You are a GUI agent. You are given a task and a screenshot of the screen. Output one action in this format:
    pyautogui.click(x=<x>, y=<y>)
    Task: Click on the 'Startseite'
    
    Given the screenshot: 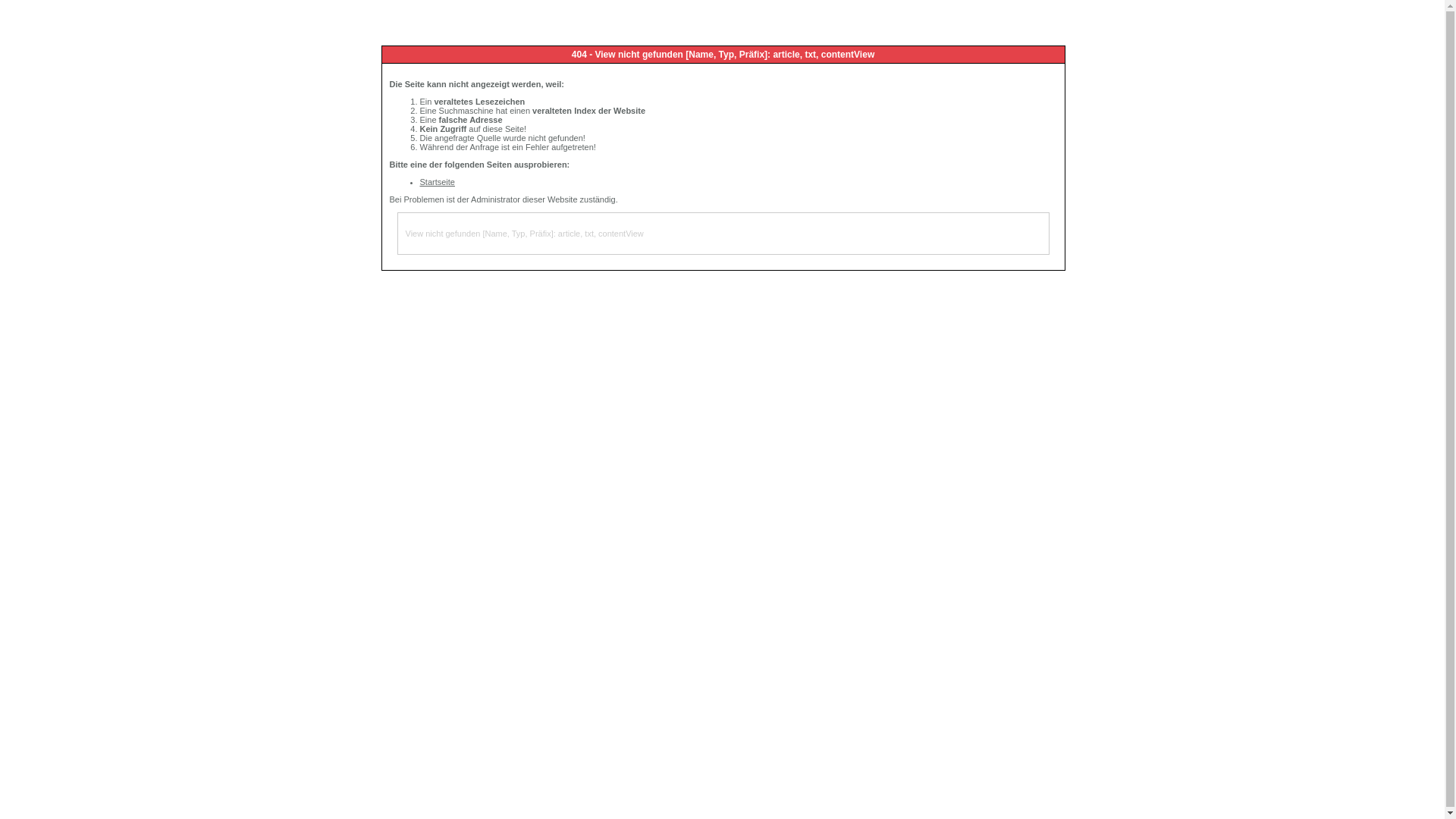 What is the action you would take?
    pyautogui.click(x=436, y=180)
    